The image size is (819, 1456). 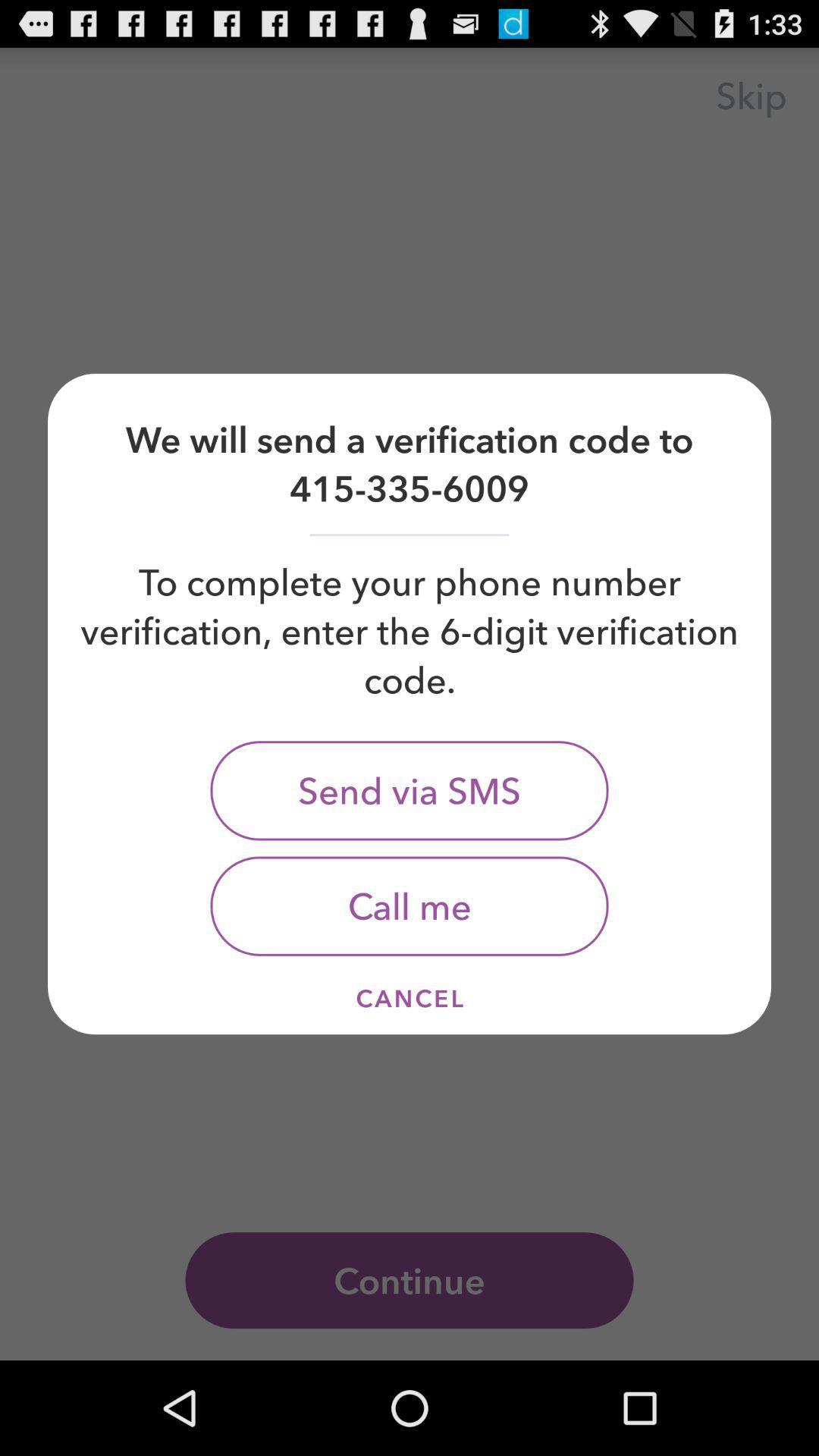 I want to click on icon below to complete your item, so click(x=409, y=789).